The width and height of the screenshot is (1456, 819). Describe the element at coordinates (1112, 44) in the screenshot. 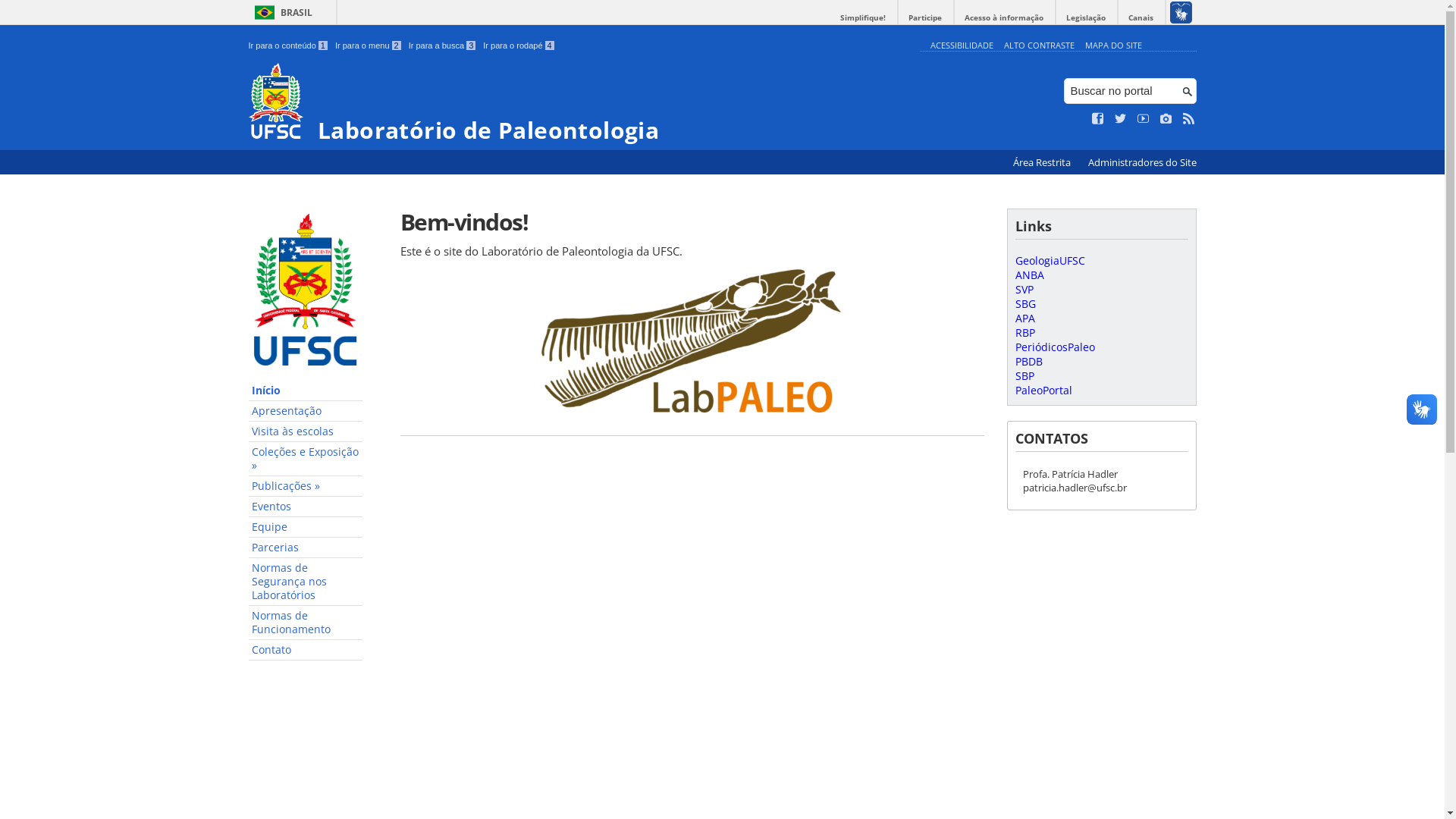

I see `'MAPA DO SITE'` at that location.